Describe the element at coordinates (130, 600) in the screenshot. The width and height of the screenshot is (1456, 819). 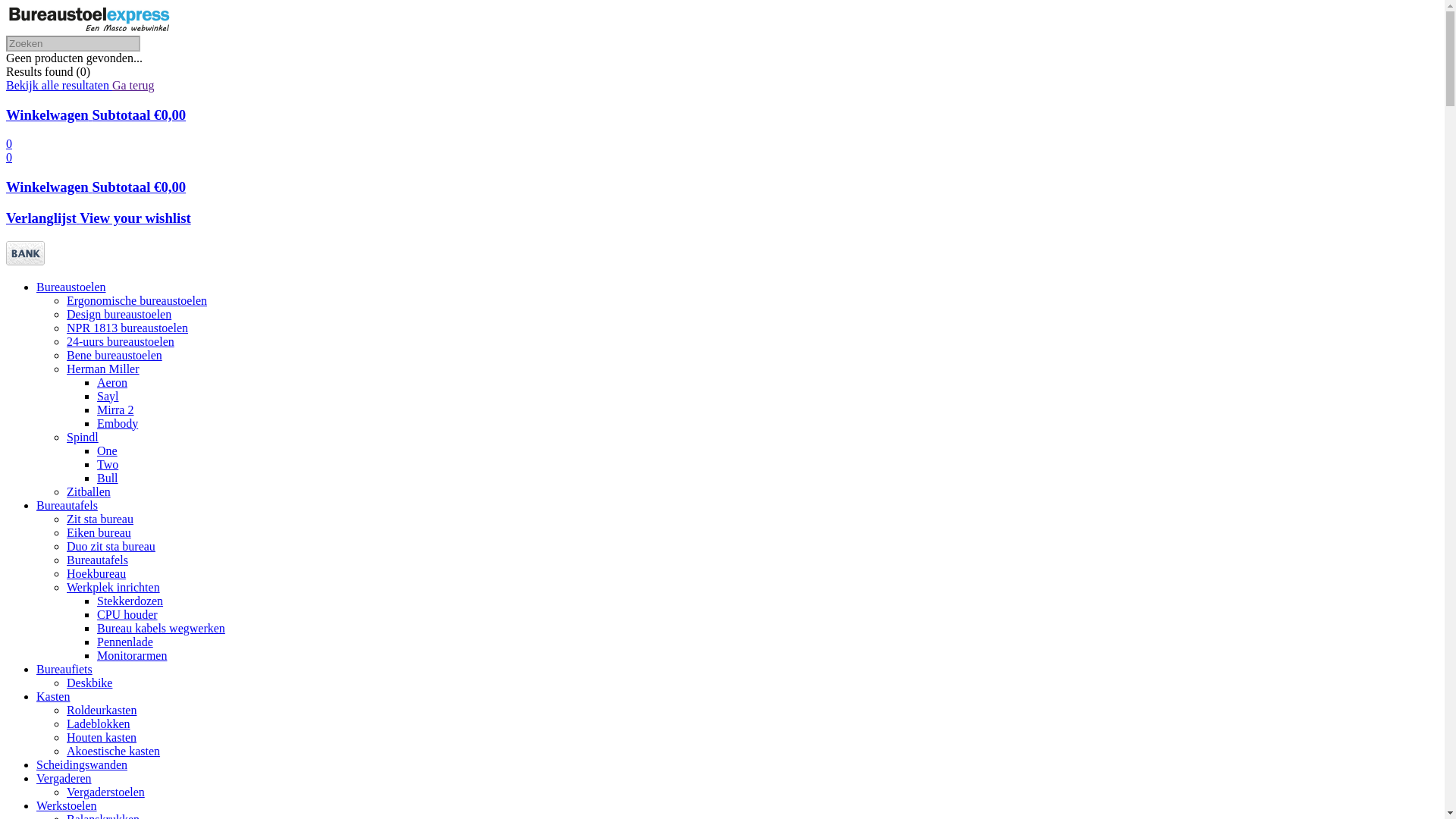
I see `'Stekkerdozen'` at that location.